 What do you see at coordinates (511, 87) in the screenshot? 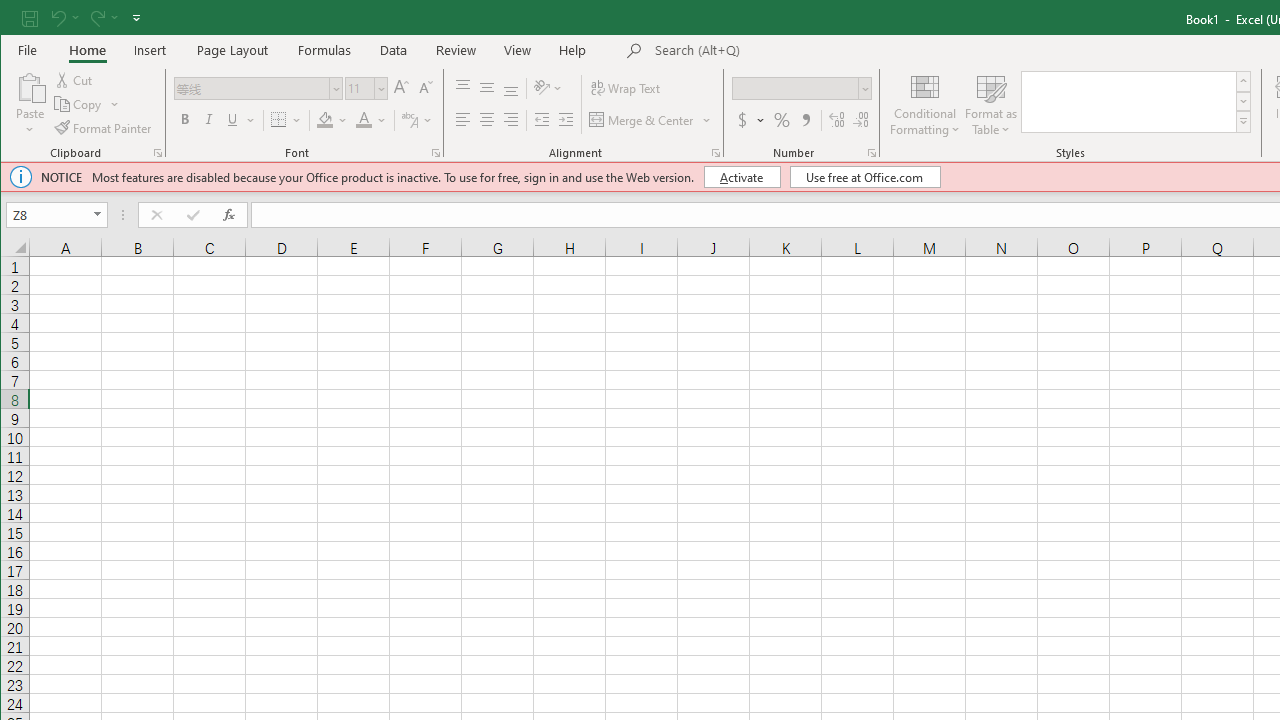
I see `'Bottom Align'` at bounding box center [511, 87].